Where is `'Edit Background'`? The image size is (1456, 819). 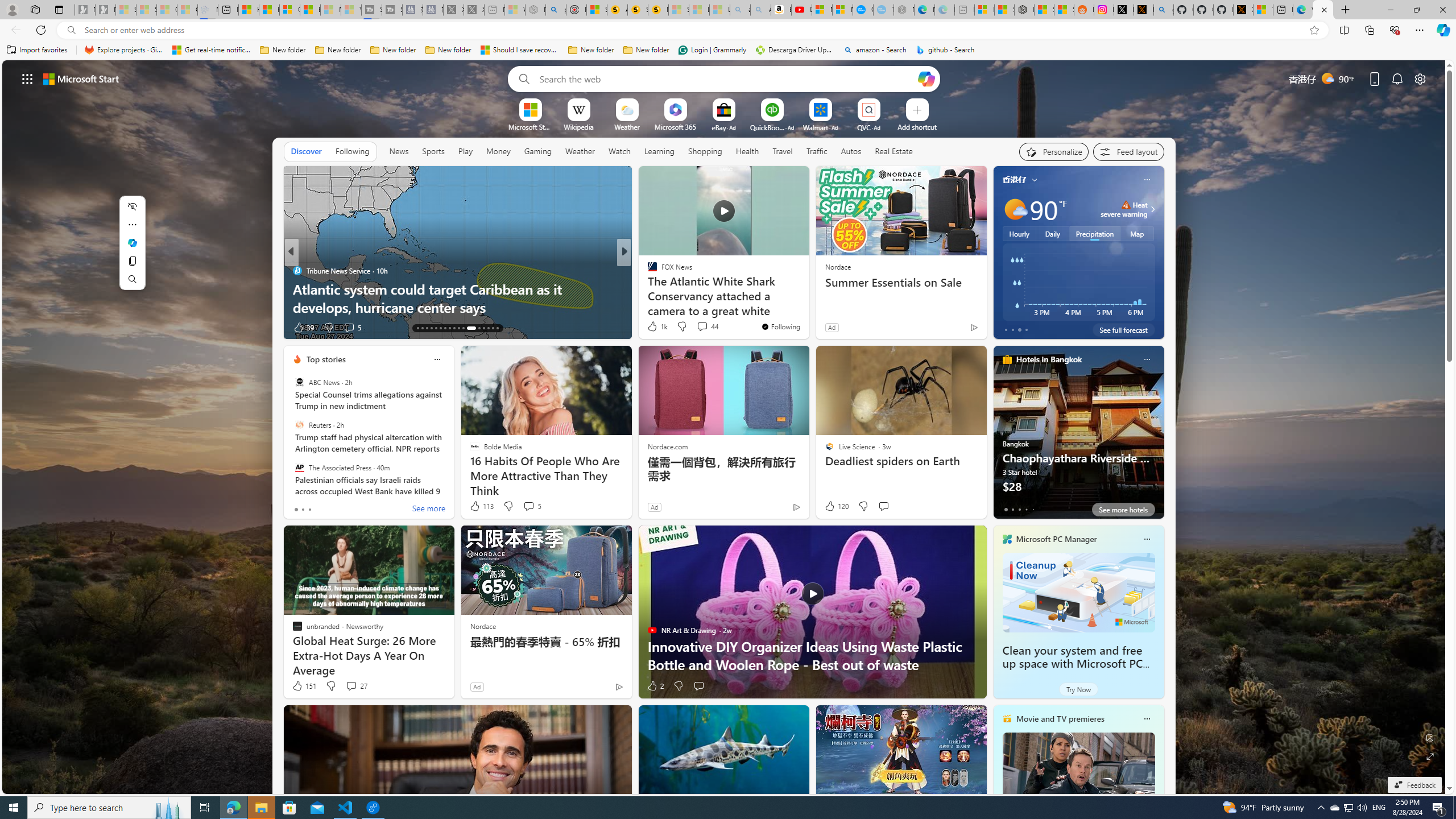 'Edit Background' is located at coordinates (1430, 737).